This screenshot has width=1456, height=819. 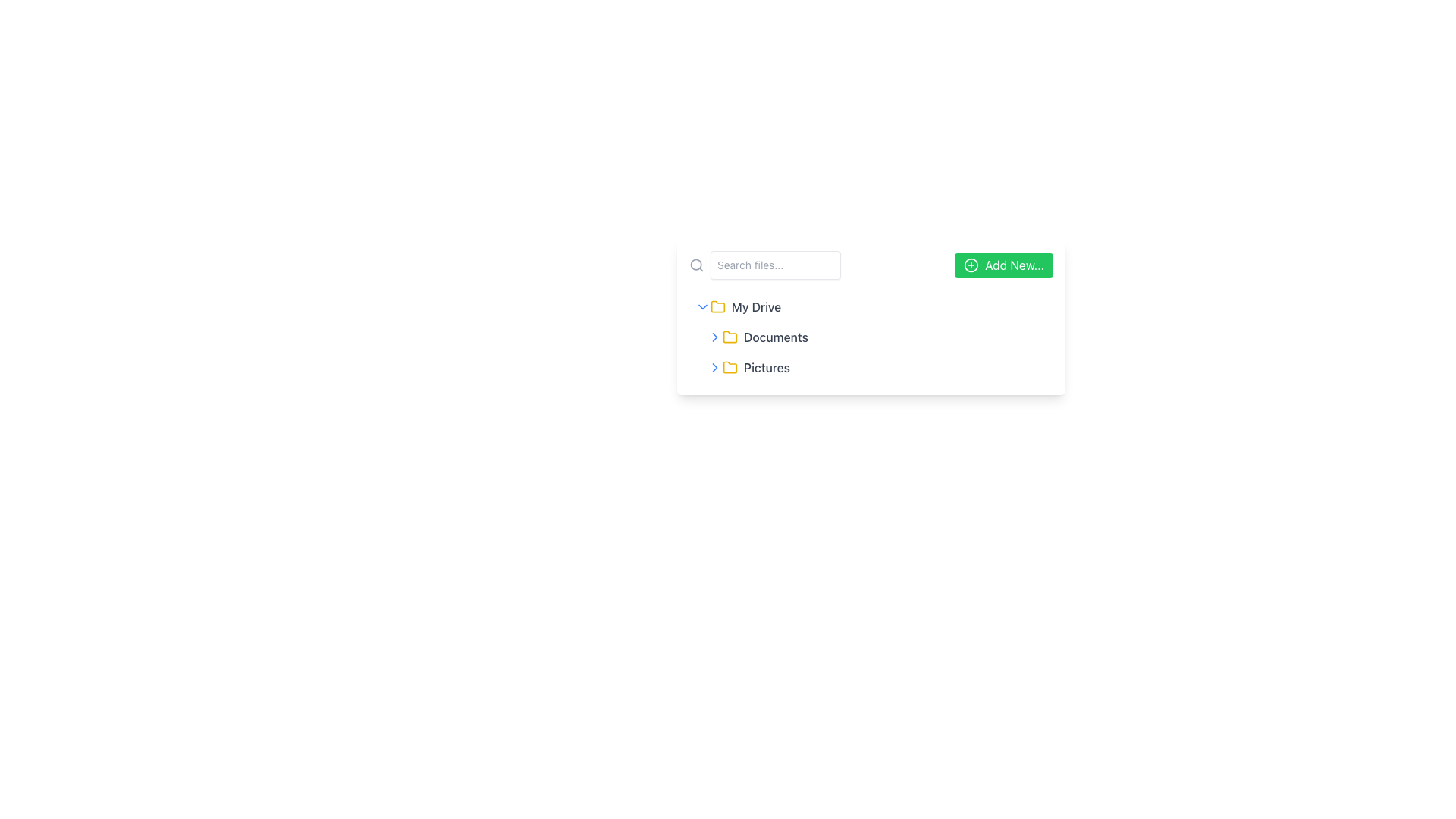 I want to click on the rightward-facing chevron icon with a blue stroke located, so click(x=714, y=336).